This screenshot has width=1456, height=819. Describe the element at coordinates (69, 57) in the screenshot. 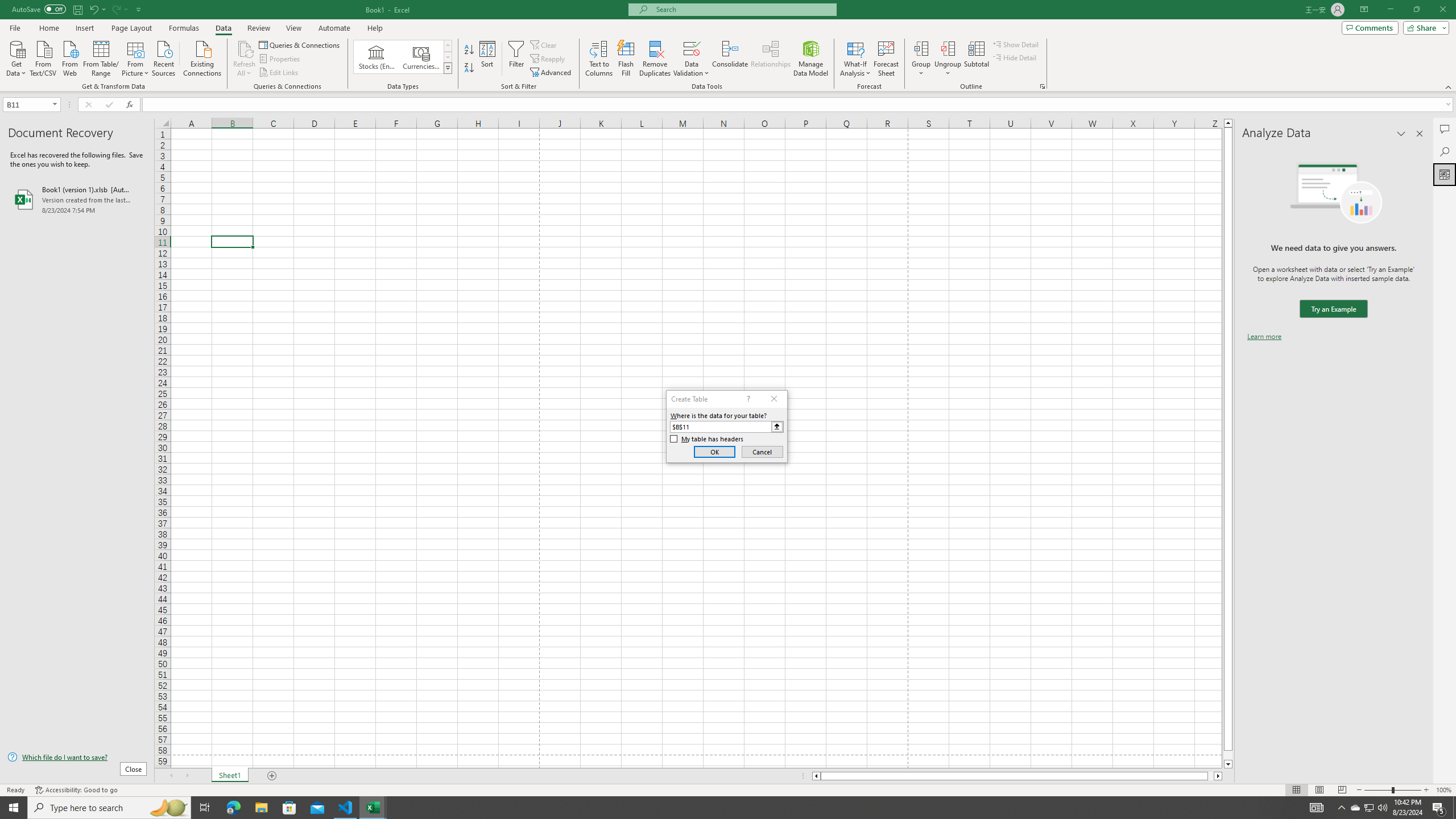

I see `'From Web'` at that location.